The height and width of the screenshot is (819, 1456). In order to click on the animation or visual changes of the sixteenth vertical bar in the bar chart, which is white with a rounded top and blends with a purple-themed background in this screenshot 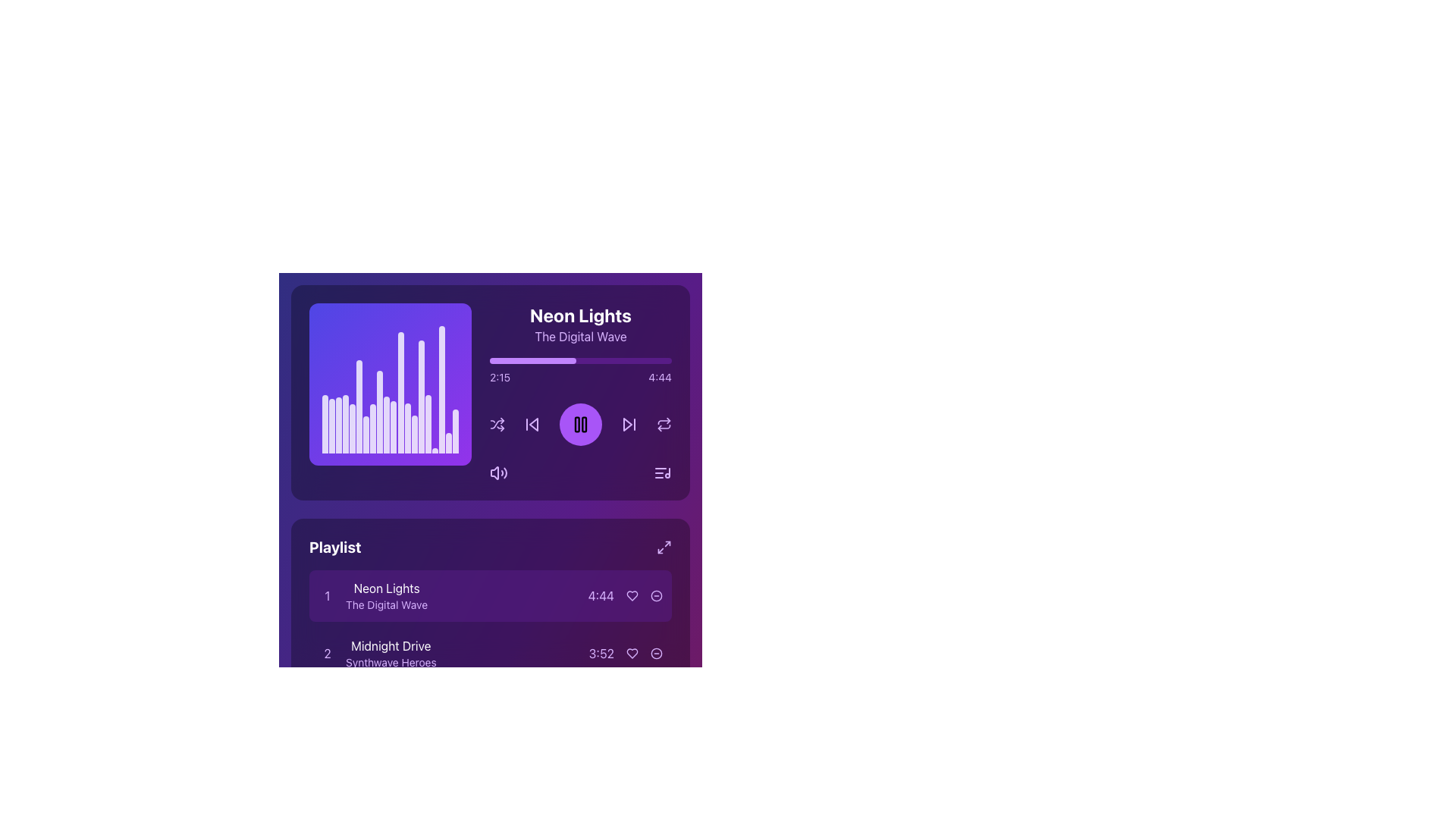, I will do `click(414, 435)`.